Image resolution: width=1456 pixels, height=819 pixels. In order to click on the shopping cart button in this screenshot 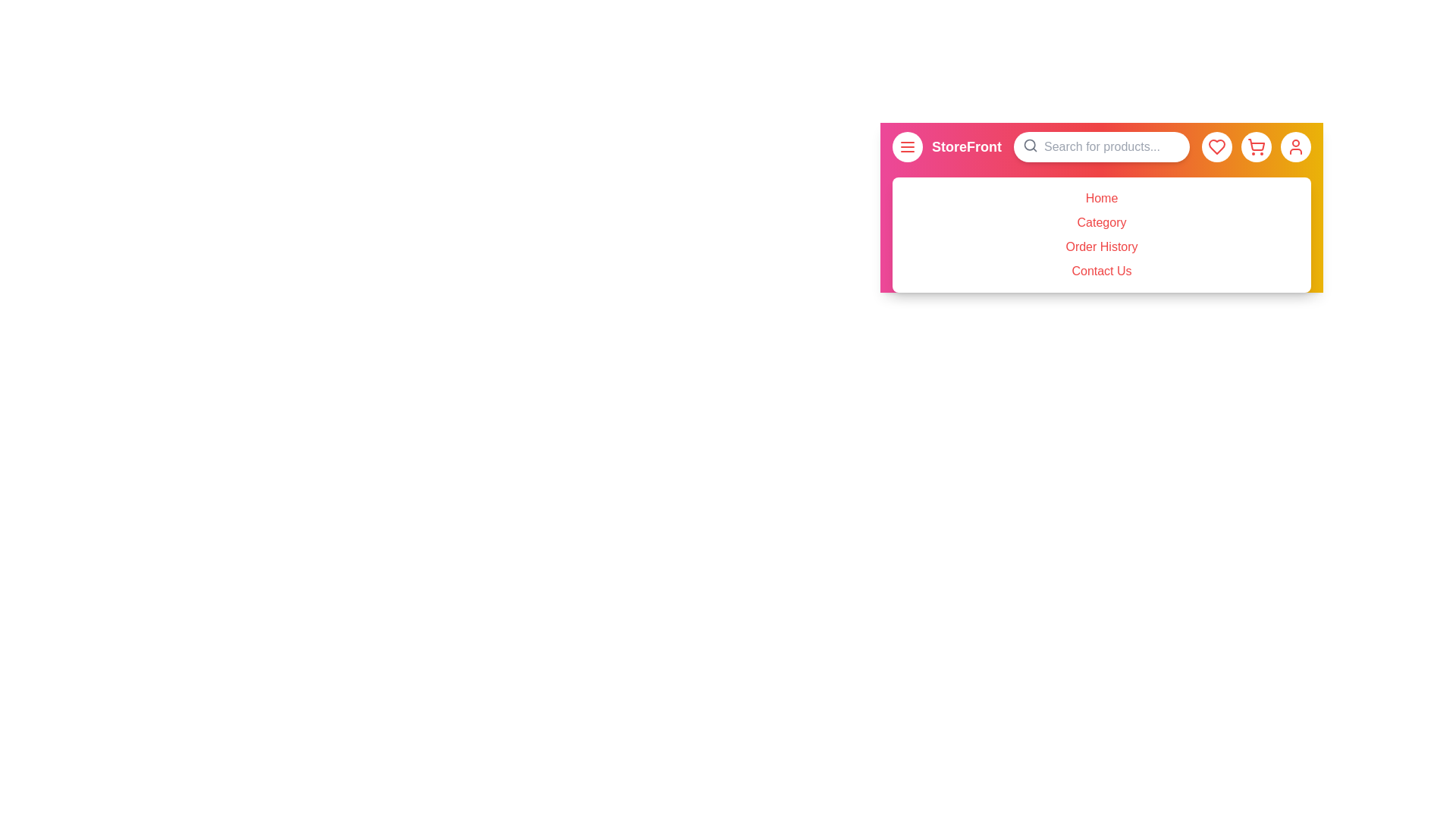, I will do `click(1256, 146)`.